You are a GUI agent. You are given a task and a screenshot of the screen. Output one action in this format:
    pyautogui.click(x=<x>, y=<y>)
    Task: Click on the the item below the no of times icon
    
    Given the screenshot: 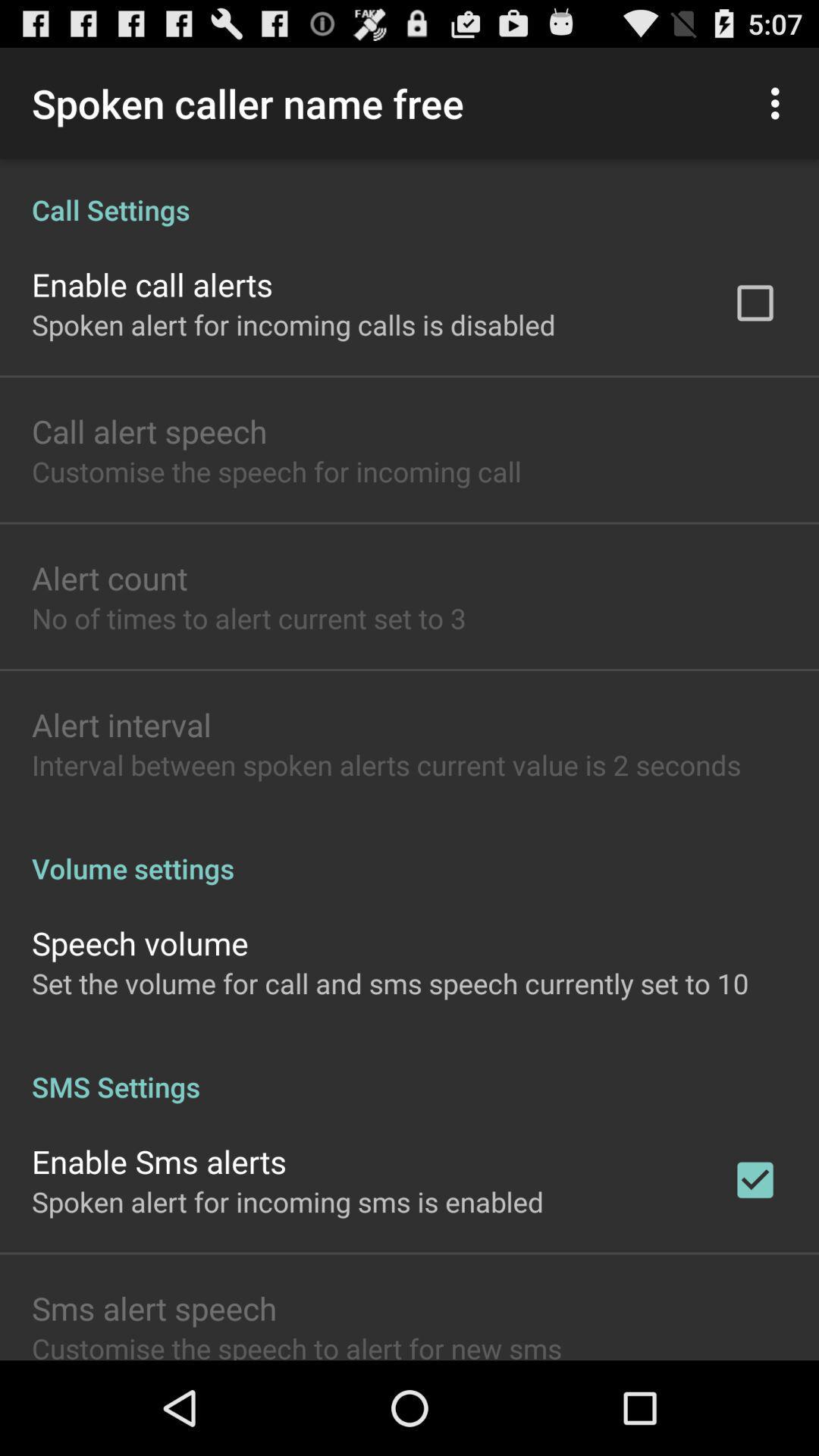 What is the action you would take?
    pyautogui.click(x=121, y=723)
    